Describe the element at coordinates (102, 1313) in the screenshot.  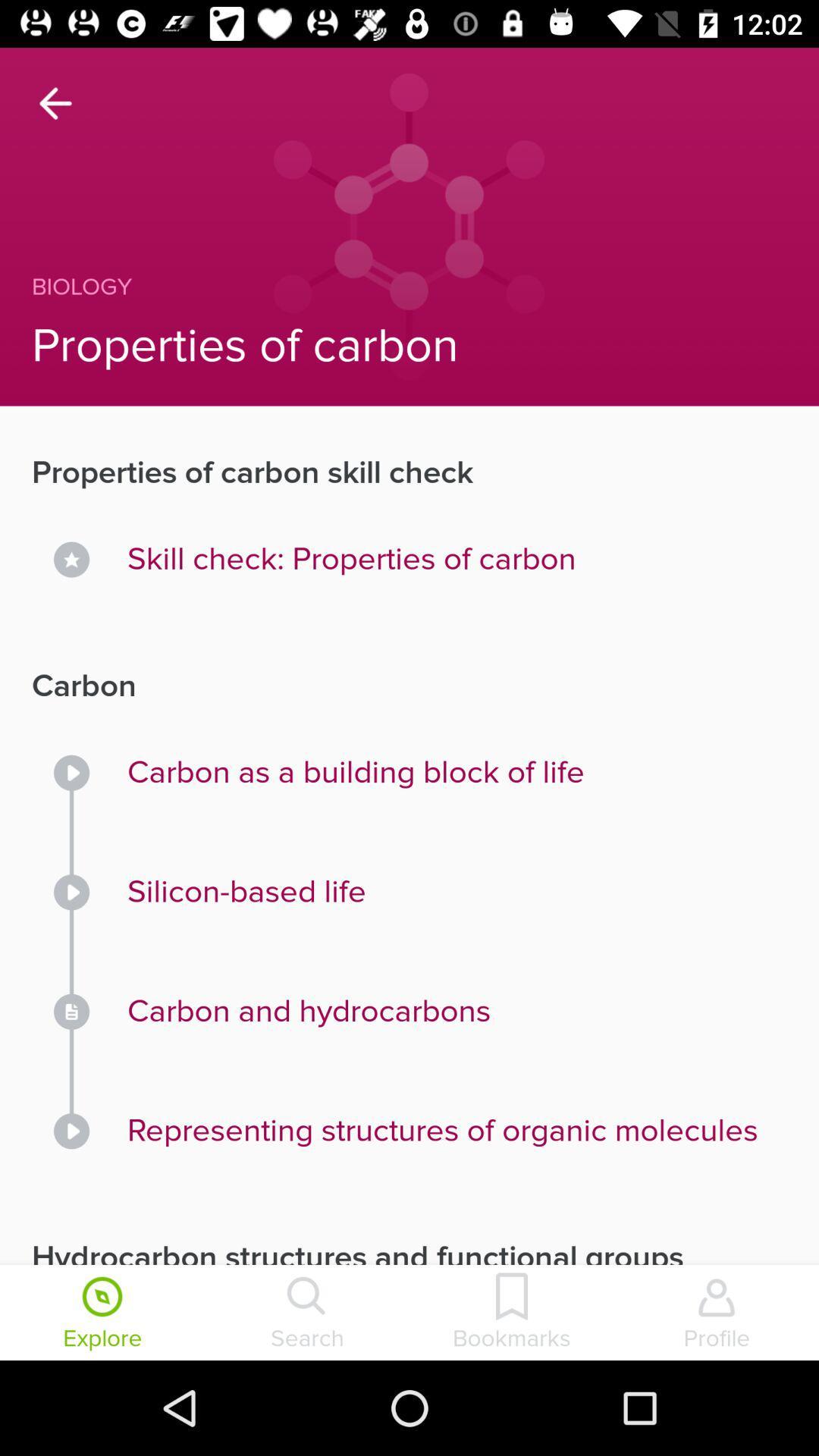
I see `icon to the left of search` at that location.